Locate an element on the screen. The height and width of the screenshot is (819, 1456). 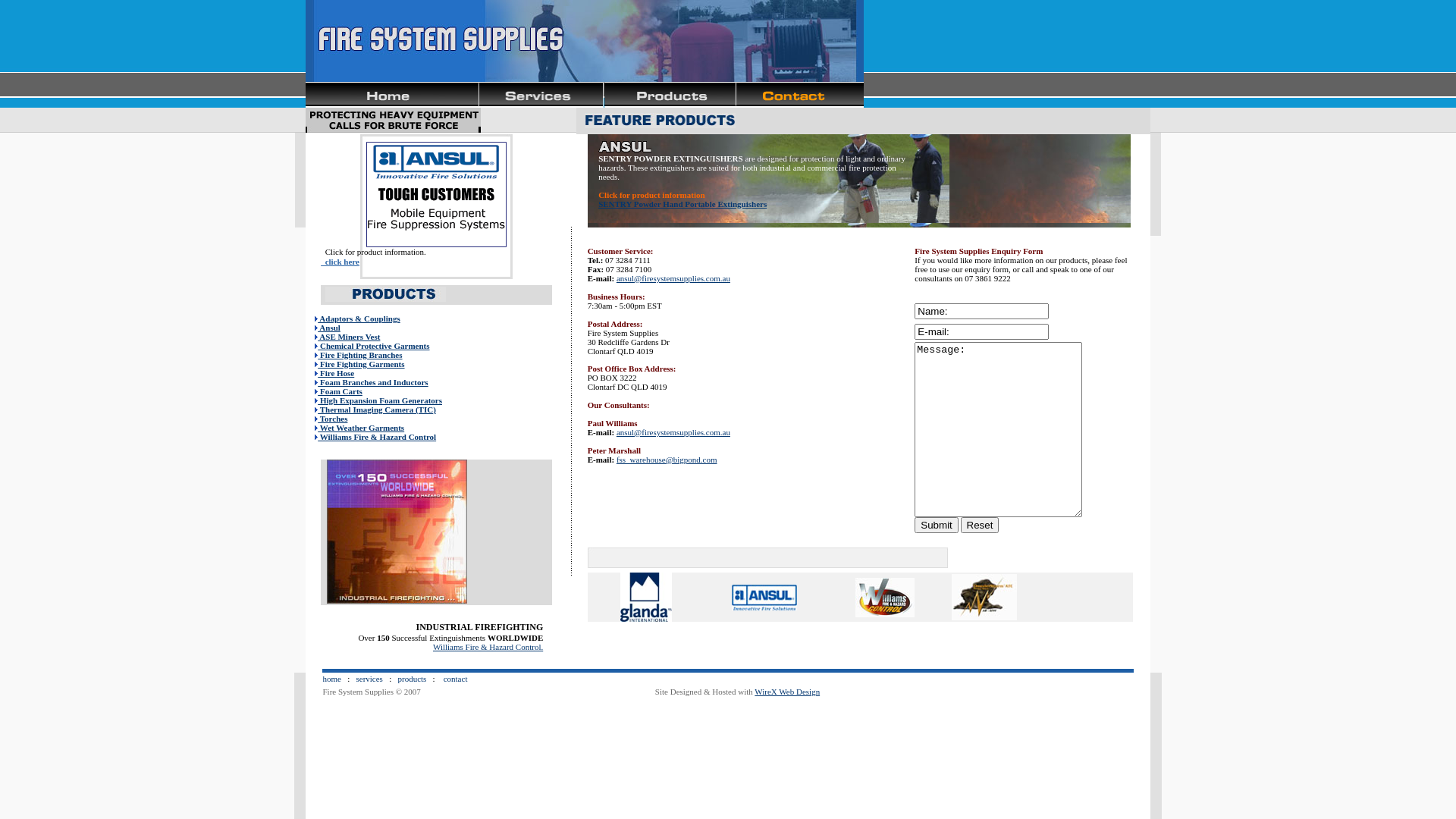
' Adaptors & Couplings' is located at coordinates (356, 318).